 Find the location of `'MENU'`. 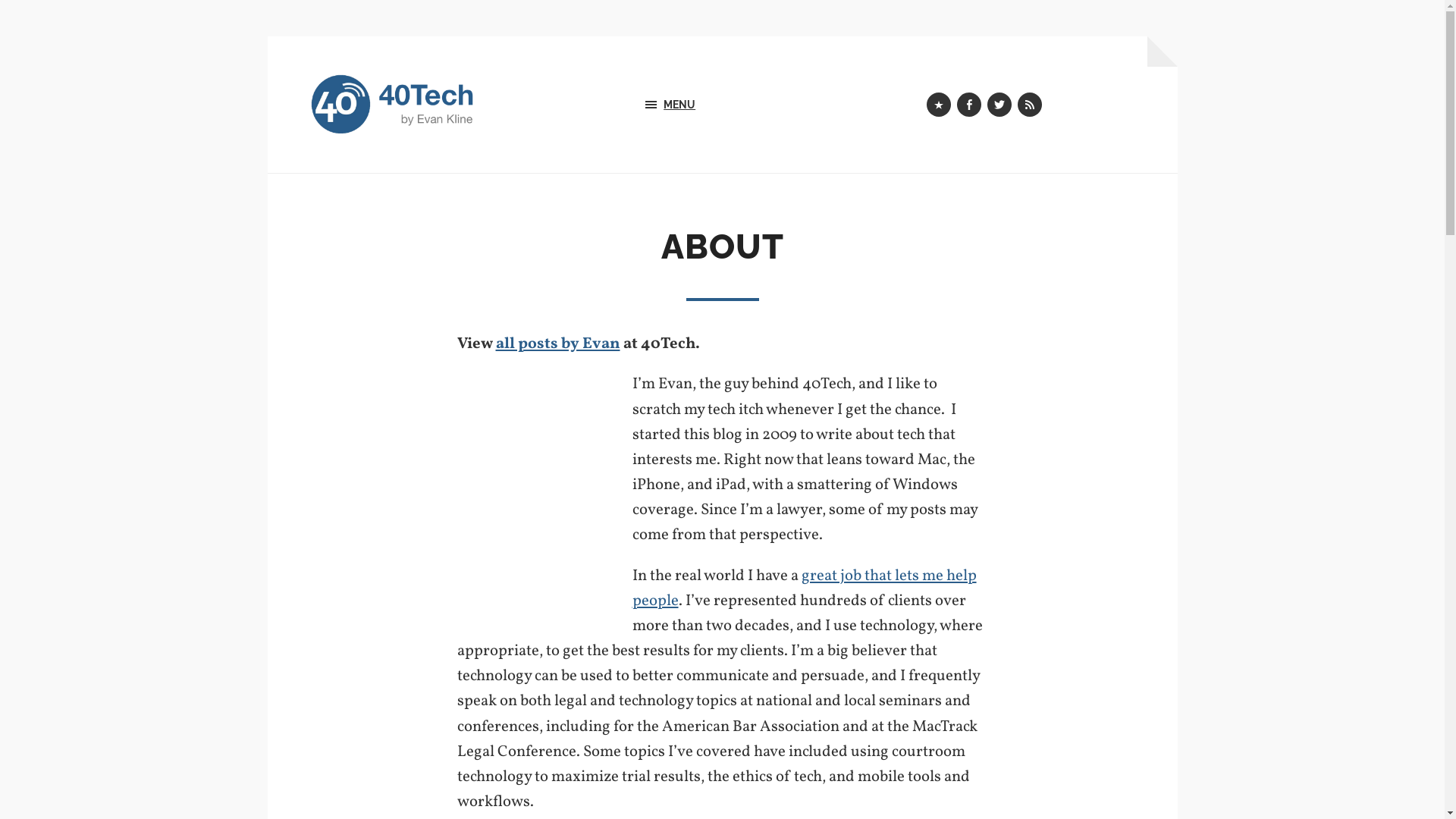

'MENU' is located at coordinates (645, 104).